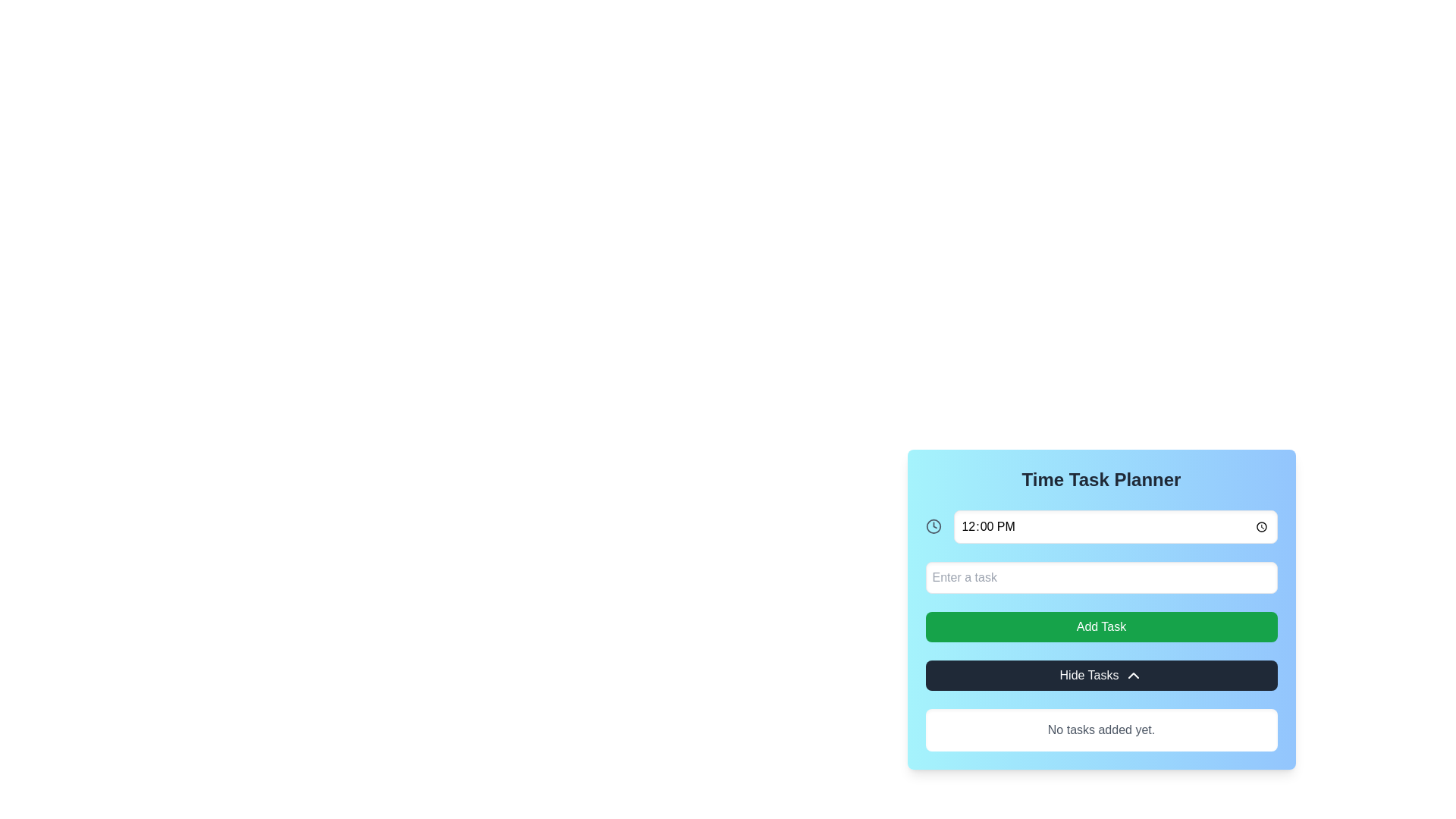  What do you see at coordinates (1101, 730) in the screenshot?
I see `the informational Text label at the bottom of the 'Time Task Planner' interface, which notifies users that no tasks have been added yet` at bounding box center [1101, 730].